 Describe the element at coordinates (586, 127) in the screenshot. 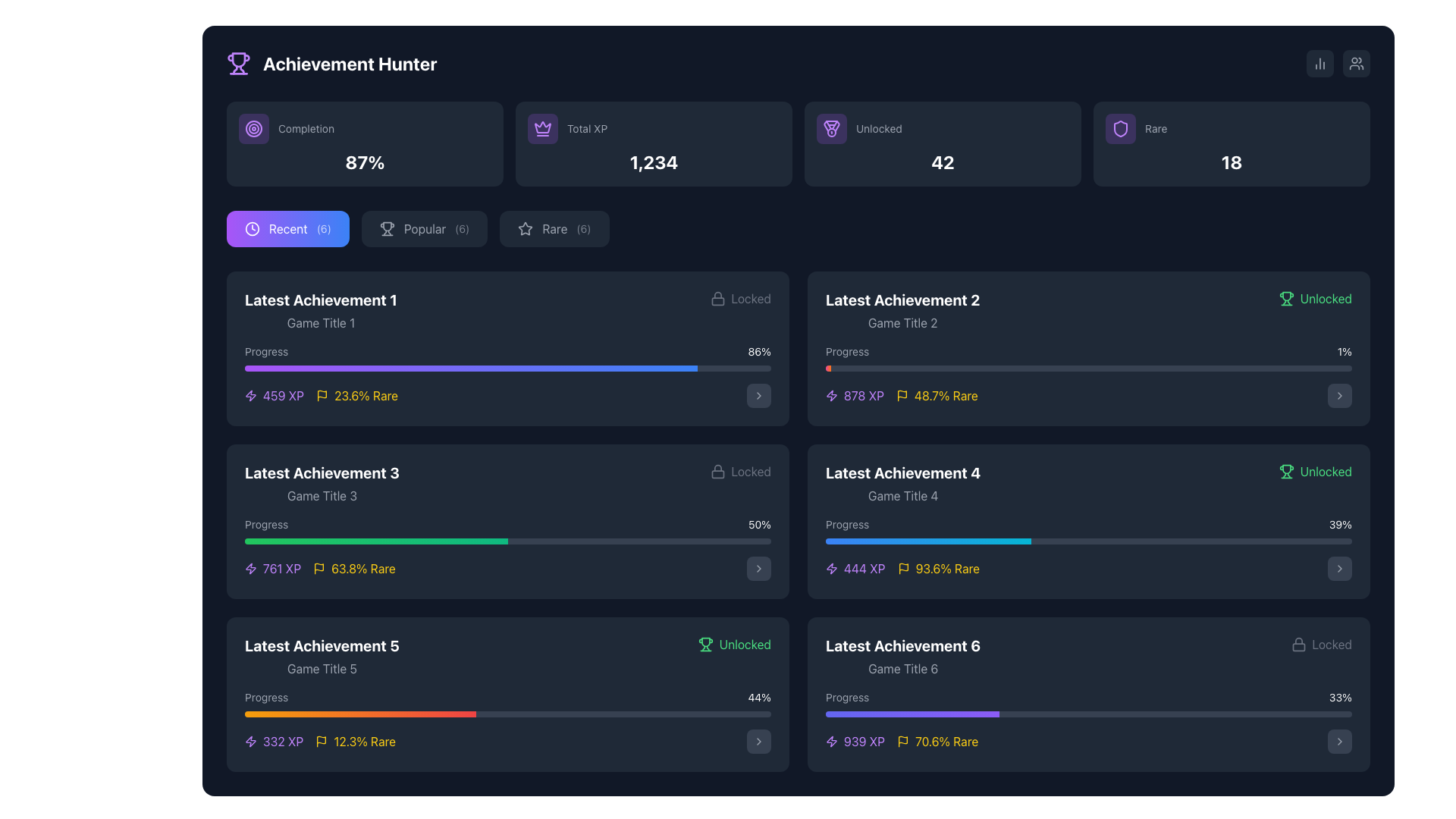

I see `the descriptive label located in the top row of the layout, positioned to the right of the purple crown icon and above the value '1,234'` at that location.